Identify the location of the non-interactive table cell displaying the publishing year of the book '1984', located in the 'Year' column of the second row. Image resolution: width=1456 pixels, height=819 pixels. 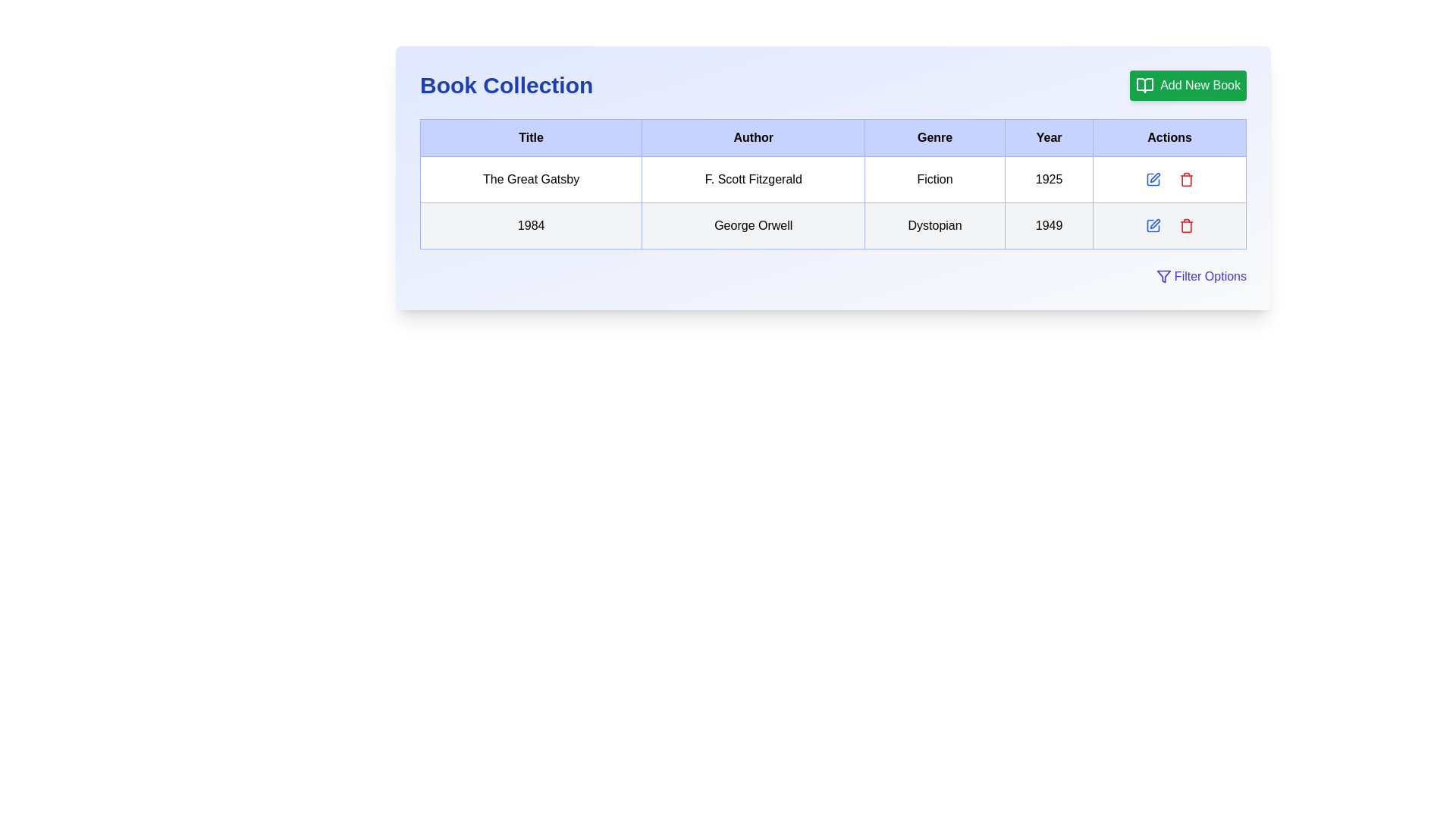
(1048, 225).